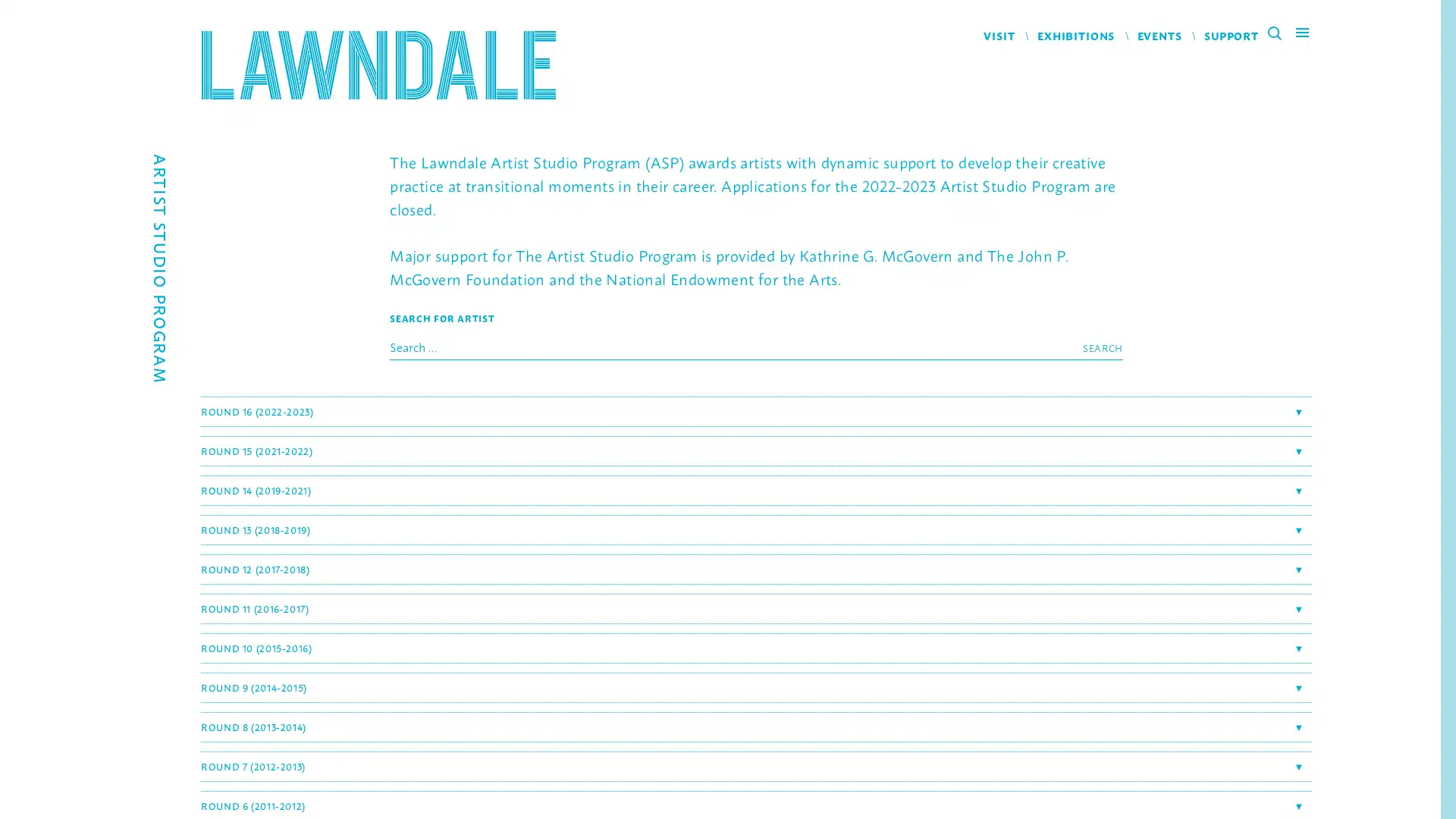  What do you see at coordinates (1100, 348) in the screenshot?
I see `Search` at bounding box center [1100, 348].